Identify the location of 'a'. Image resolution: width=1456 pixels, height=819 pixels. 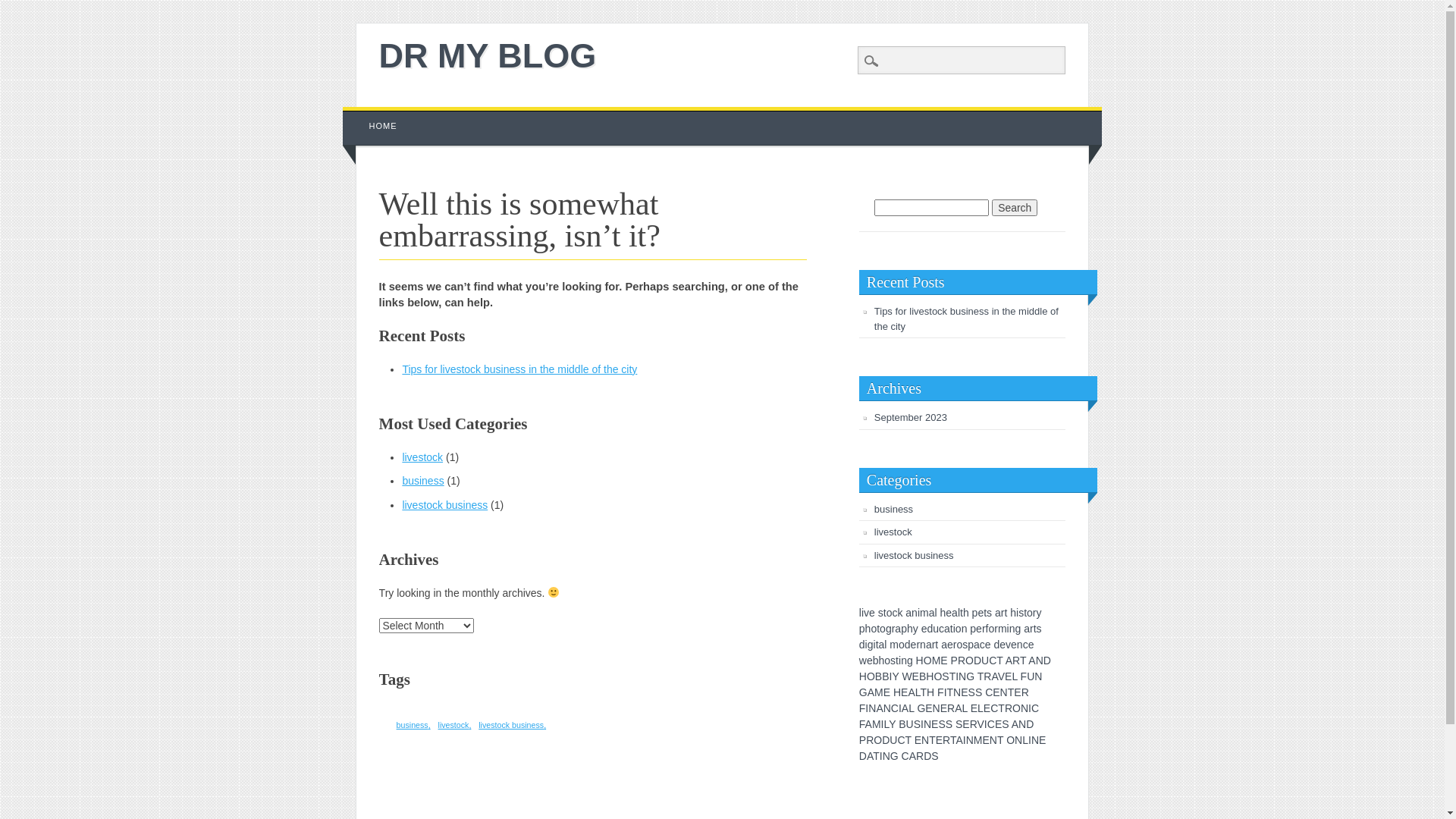
(878, 644).